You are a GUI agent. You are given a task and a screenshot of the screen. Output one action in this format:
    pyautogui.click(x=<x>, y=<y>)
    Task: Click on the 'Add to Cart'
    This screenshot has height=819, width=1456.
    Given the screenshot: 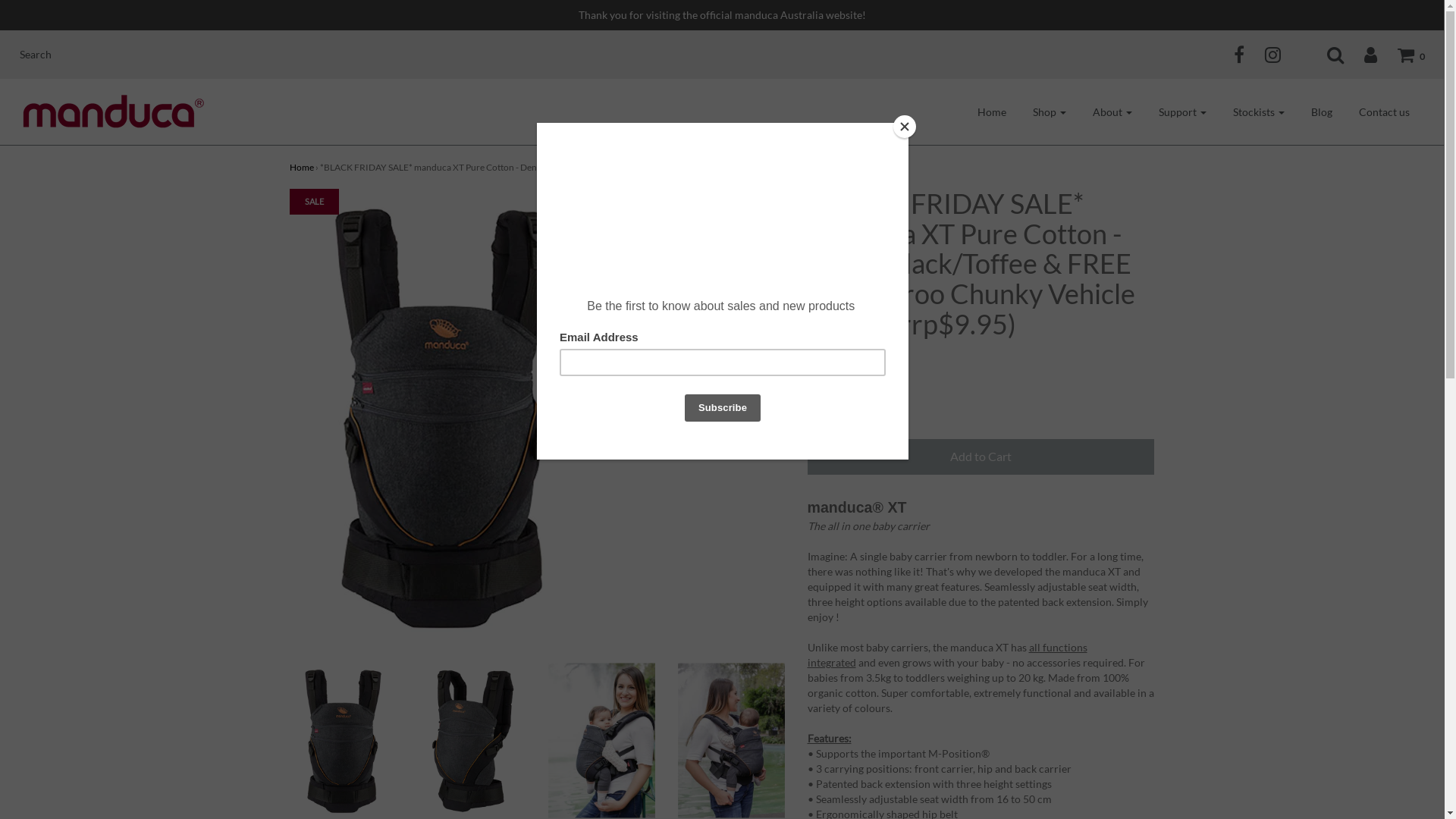 What is the action you would take?
    pyautogui.click(x=980, y=456)
    